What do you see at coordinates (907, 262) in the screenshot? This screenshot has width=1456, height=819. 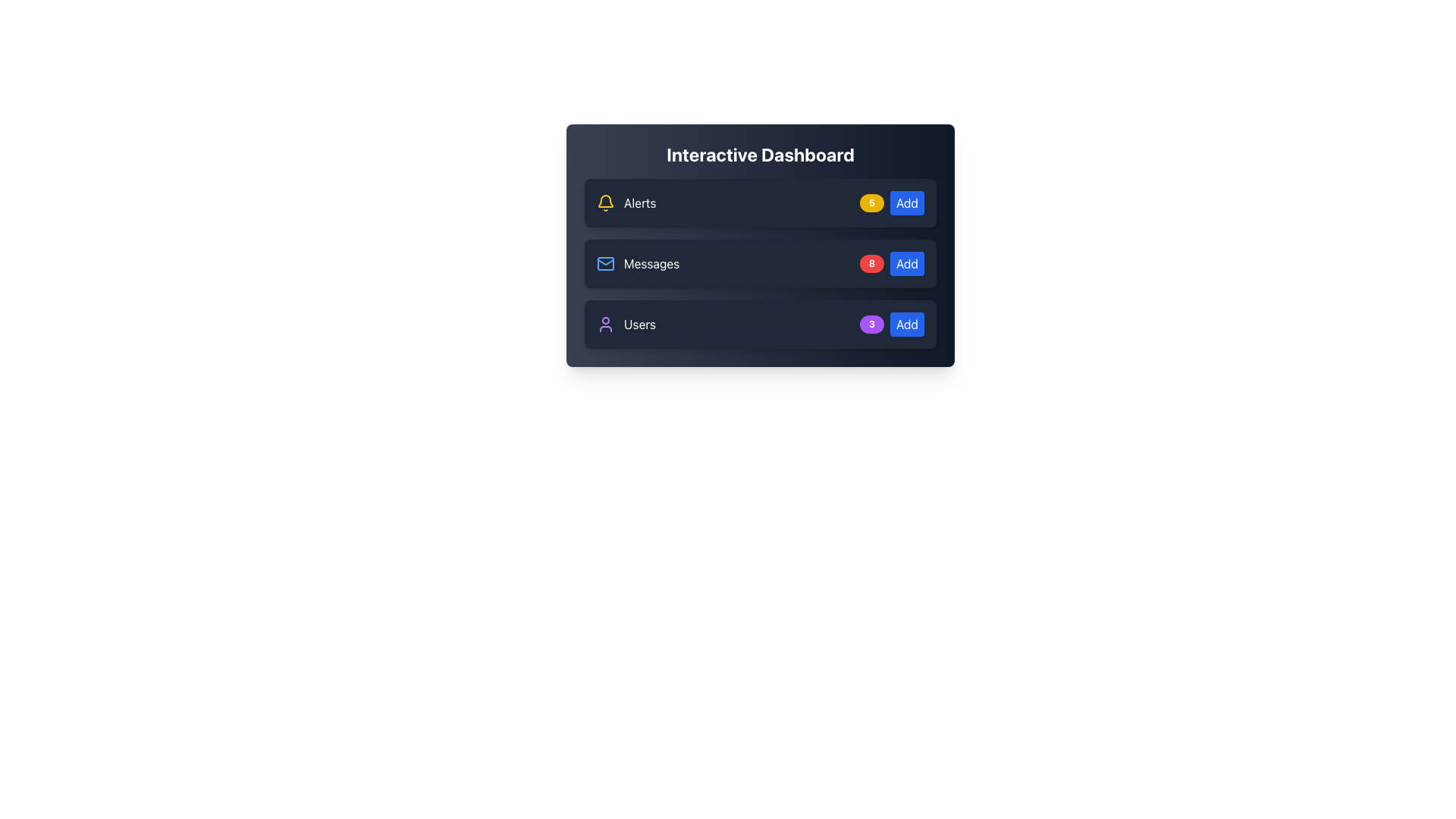 I see `the second 'Add' button in the 'Interactive Dashboard' section aligned with 'Messages' to change its color` at bounding box center [907, 262].